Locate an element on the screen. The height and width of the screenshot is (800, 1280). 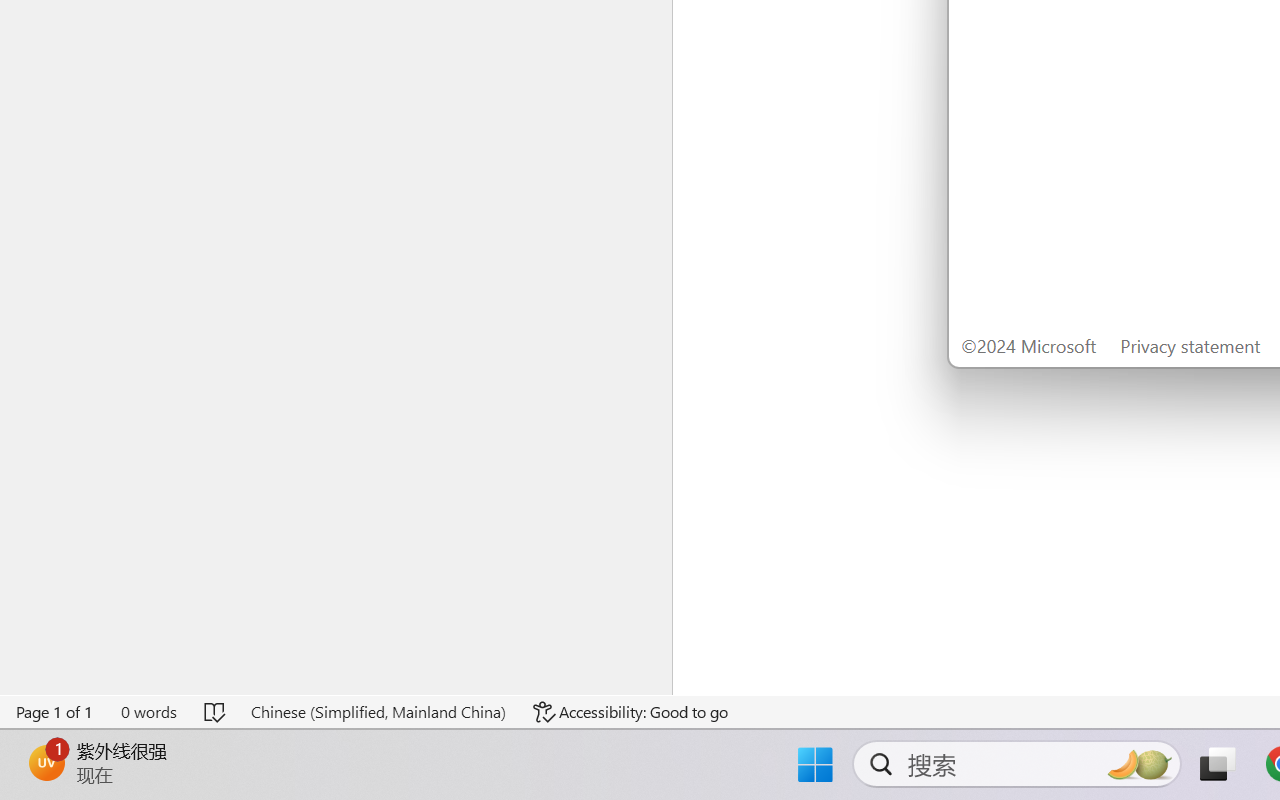
'Language Chinese (Simplified, Mainland China)' is located at coordinates (378, 711).